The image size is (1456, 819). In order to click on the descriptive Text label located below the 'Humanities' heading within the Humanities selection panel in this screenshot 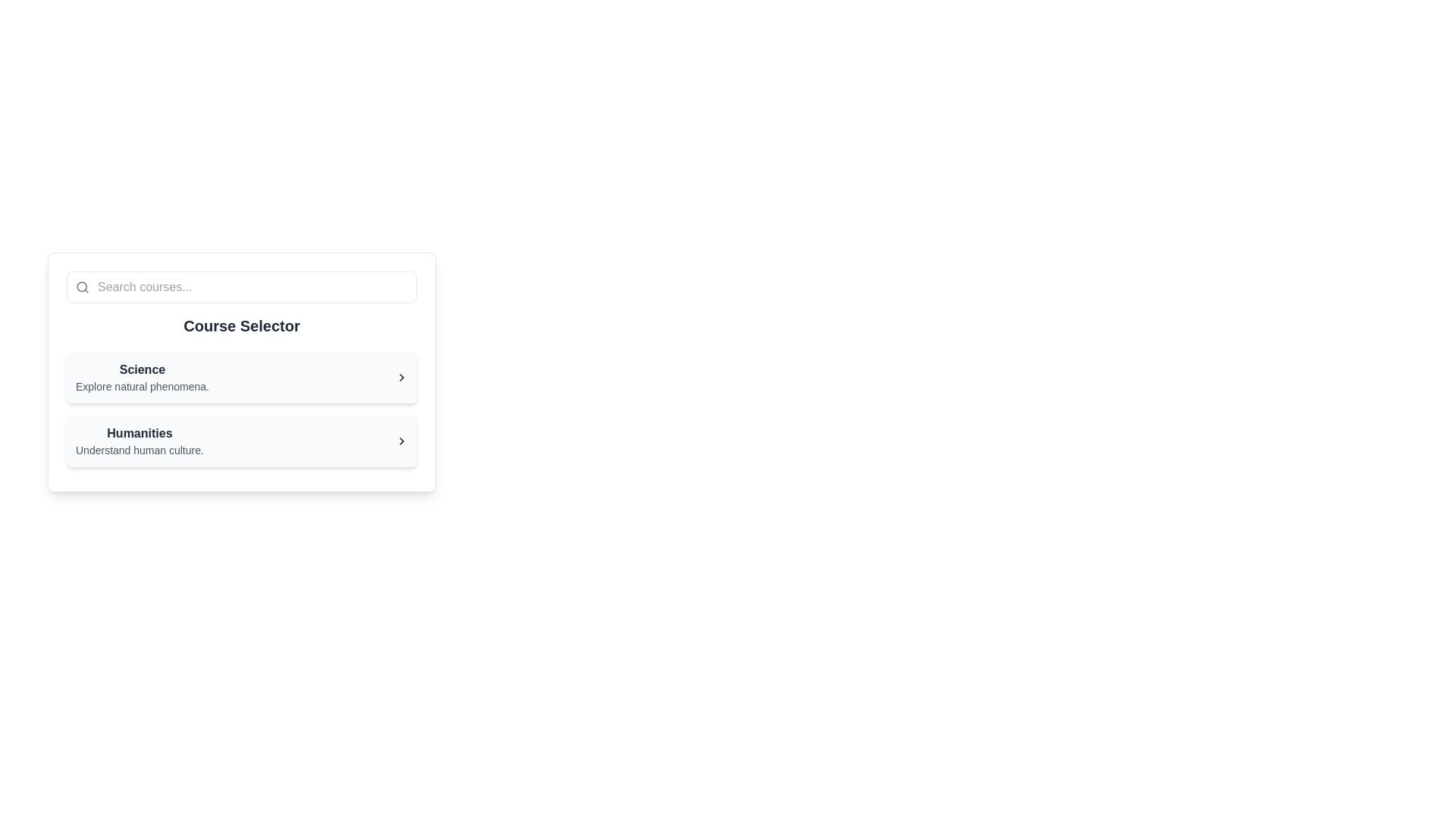, I will do `click(140, 450)`.